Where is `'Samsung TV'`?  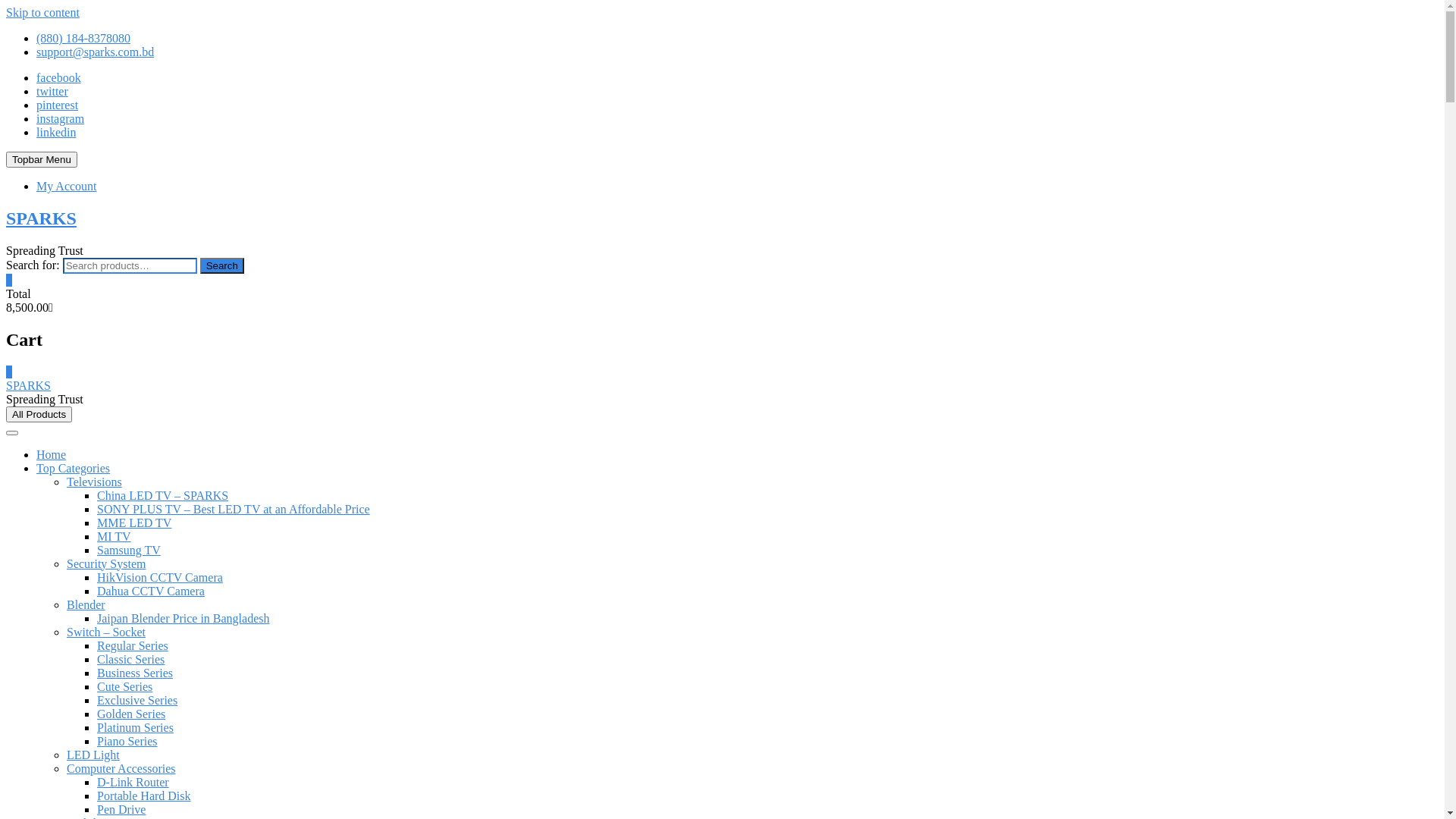 'Samsung TV' is located at coordinates (128, 550).